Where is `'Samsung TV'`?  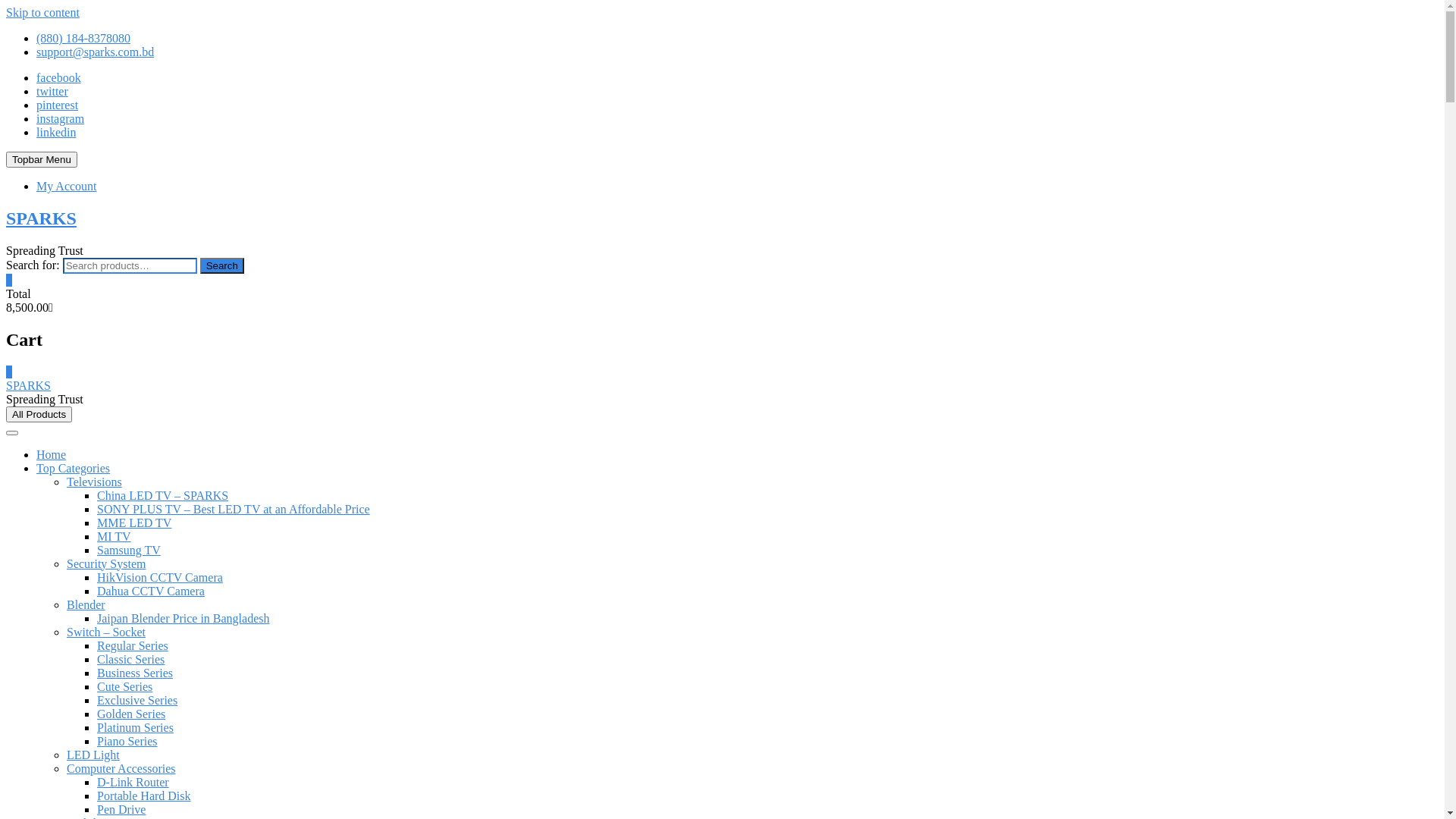 'Samsung TV' is located at coordinates (128, 550).